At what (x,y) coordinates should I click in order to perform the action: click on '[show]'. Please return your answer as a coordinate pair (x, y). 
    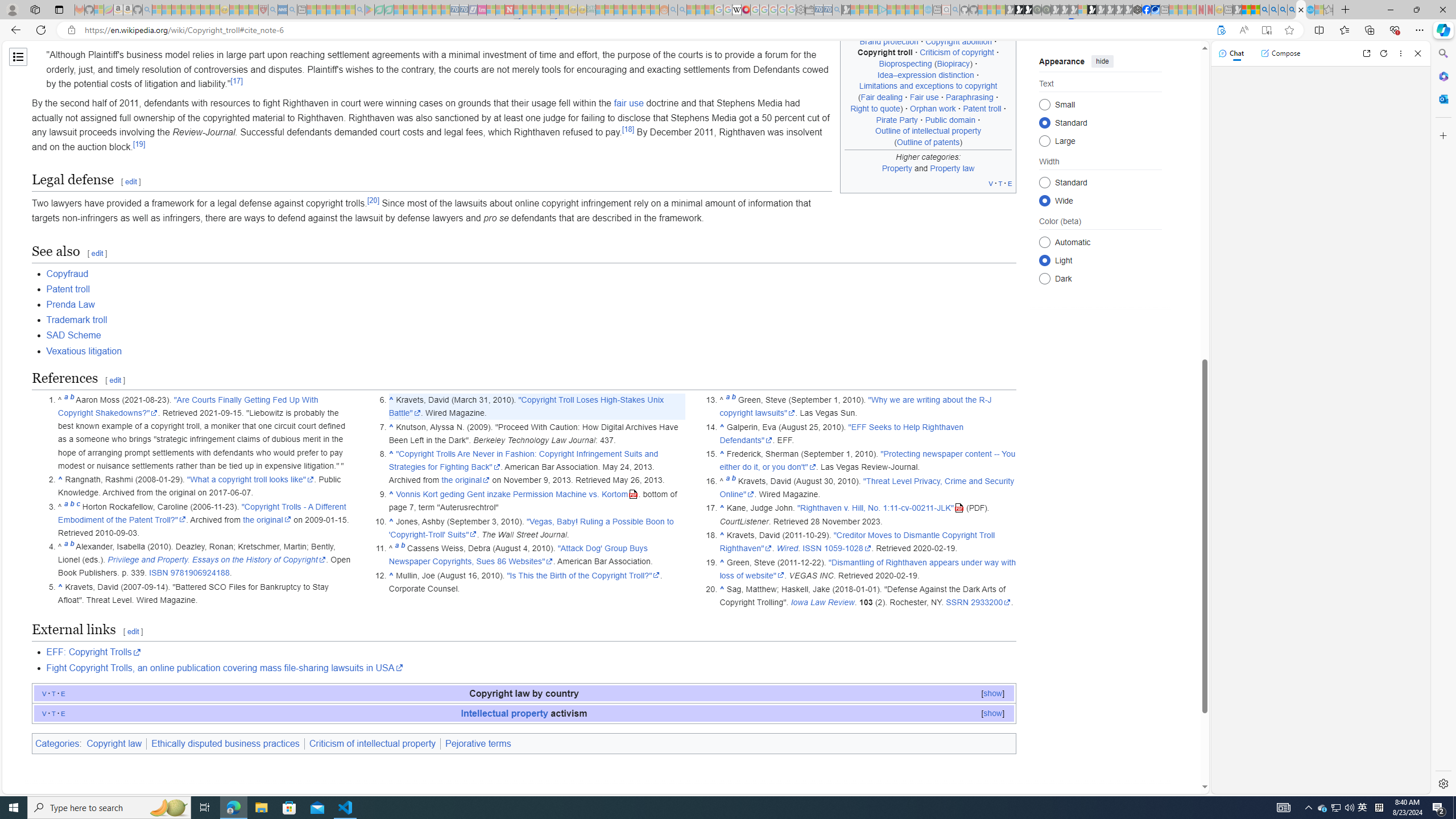
    Looking at the image, I should click on (992, 713).